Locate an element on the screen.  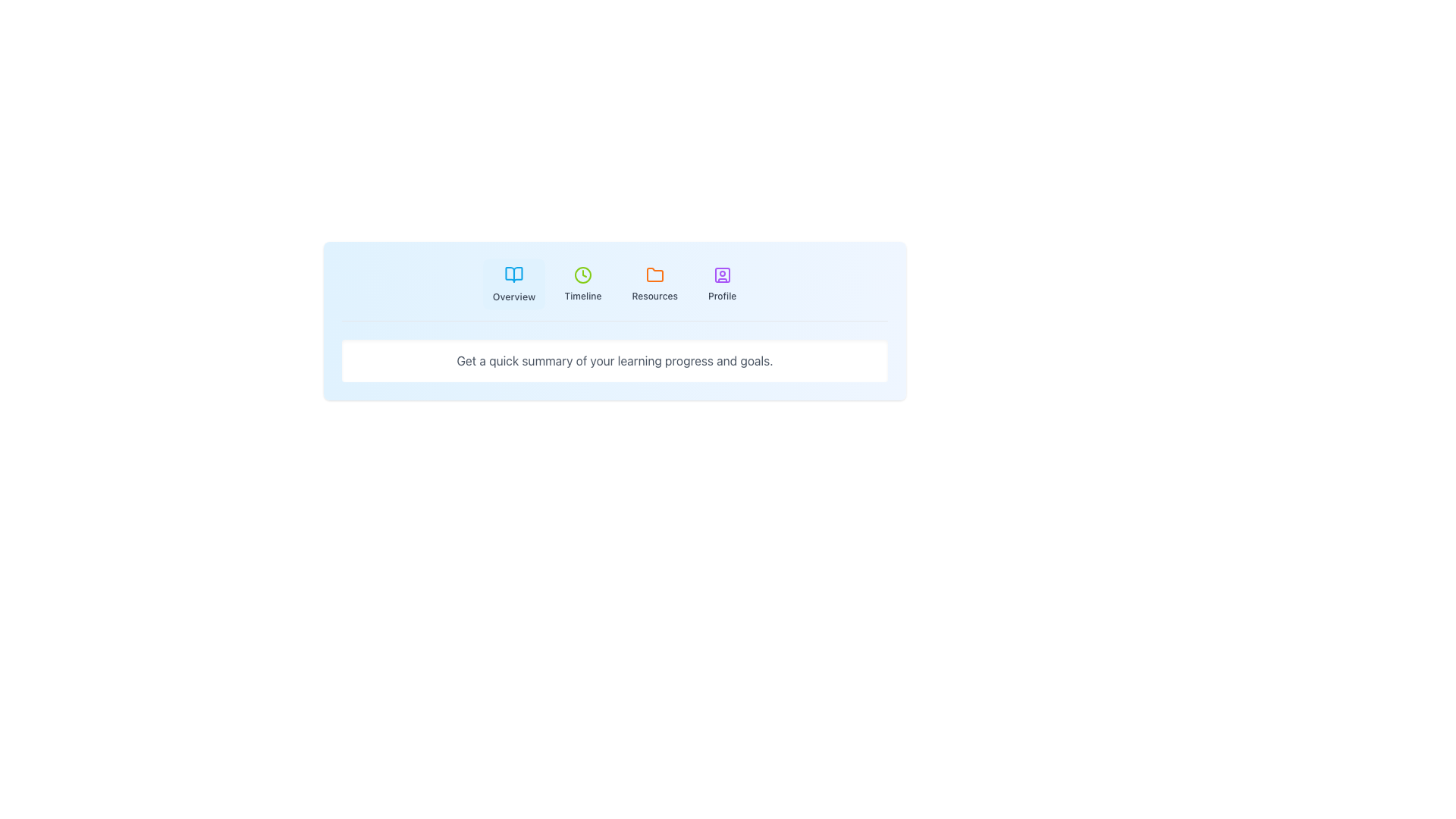
the 'Timeline' navigation button located in the tabbed navigation bar, which is the second button from the left, between 'Overview' and 'Resources' is located at coordinates (582, 284).